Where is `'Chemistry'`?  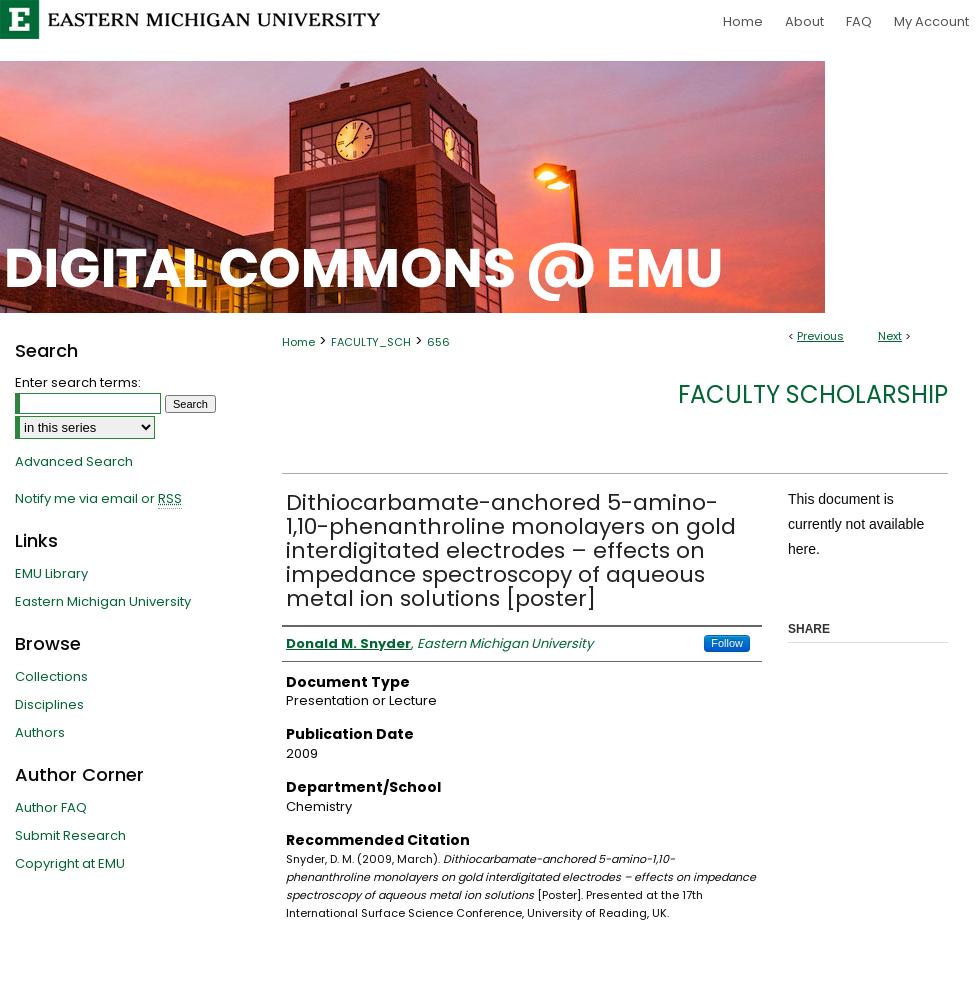 'Chemistry' is located at coordinates (318, 805).